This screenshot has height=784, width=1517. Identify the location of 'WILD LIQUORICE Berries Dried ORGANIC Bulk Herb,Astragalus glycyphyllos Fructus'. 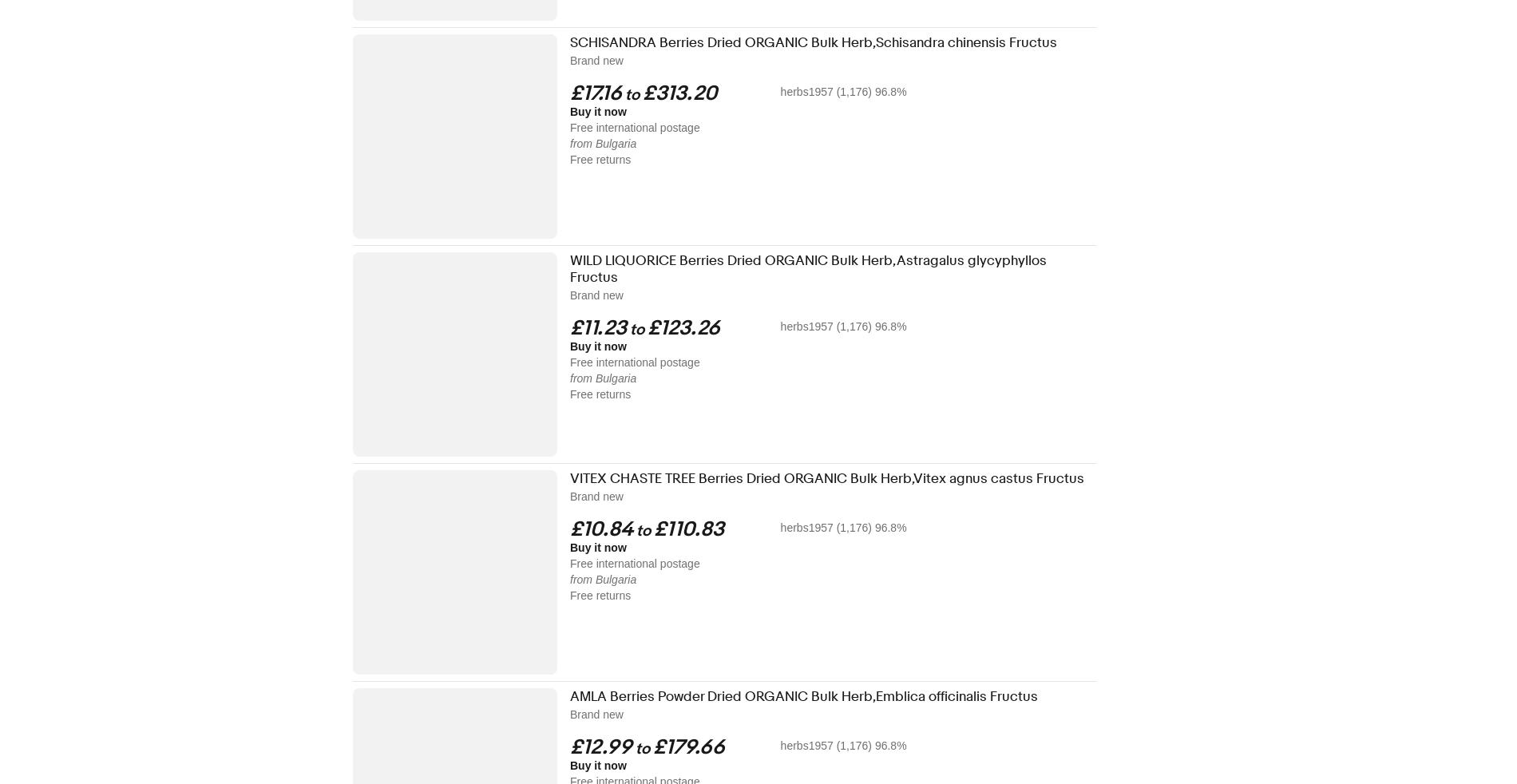
(808, 269).